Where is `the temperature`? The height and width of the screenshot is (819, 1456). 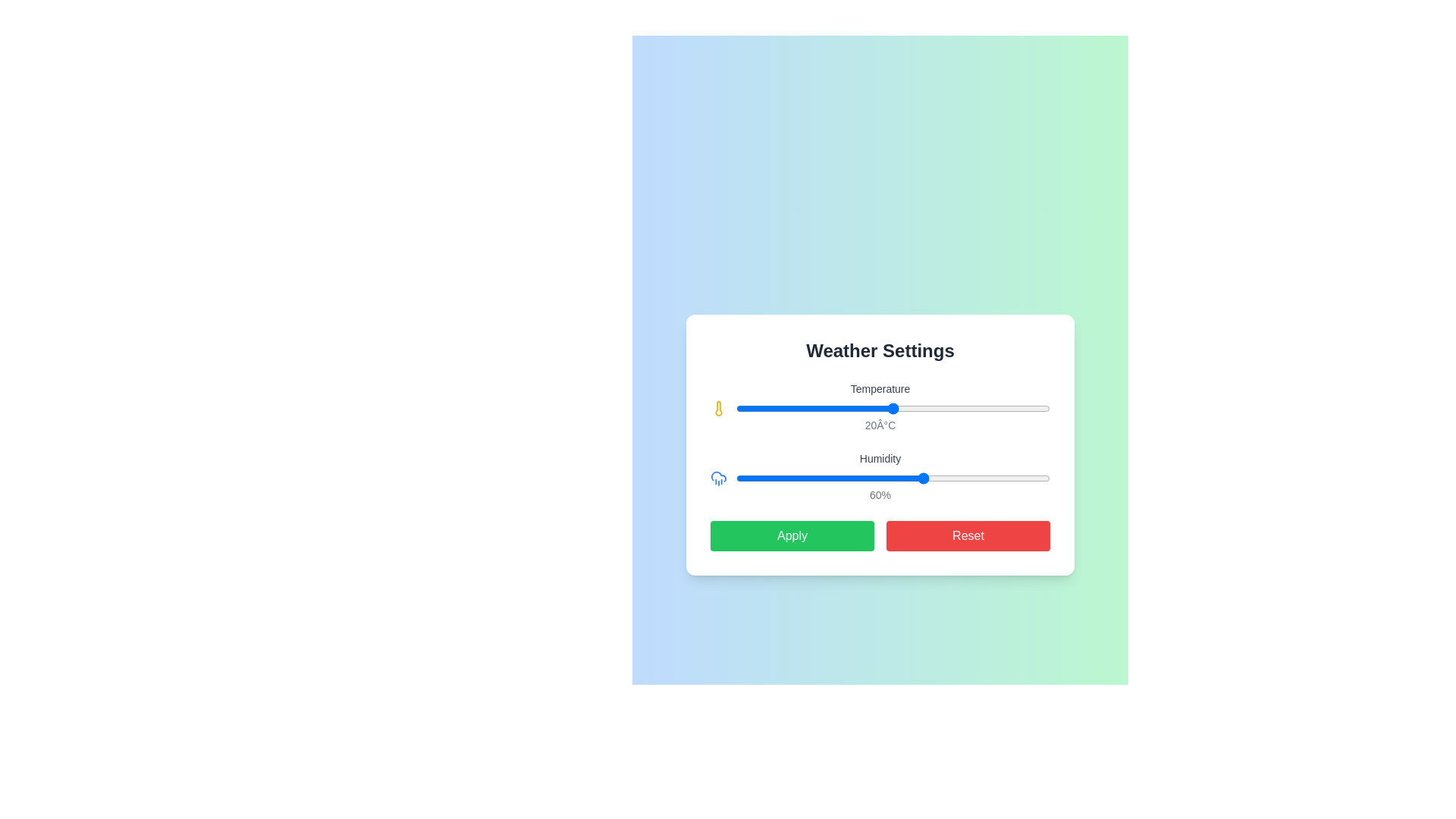
the temperature is located at coordinates (775, 408).